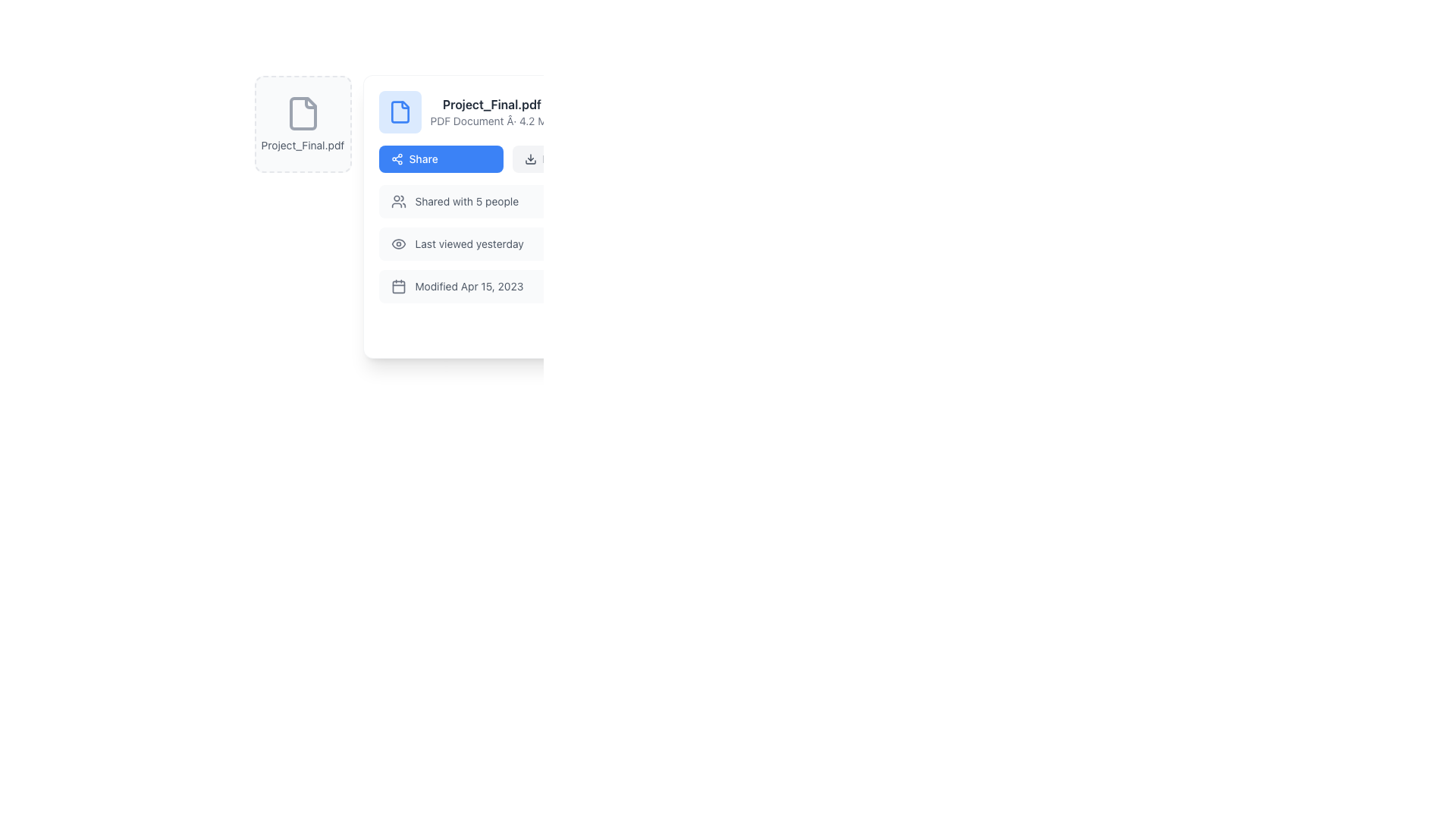 The height and width of the screenshot is (819, 1456). Describe the element at coordinates (507, 111) in the screenshot. I see `the document name 'Project_Final.pdf' in the file descriptor` at that location.